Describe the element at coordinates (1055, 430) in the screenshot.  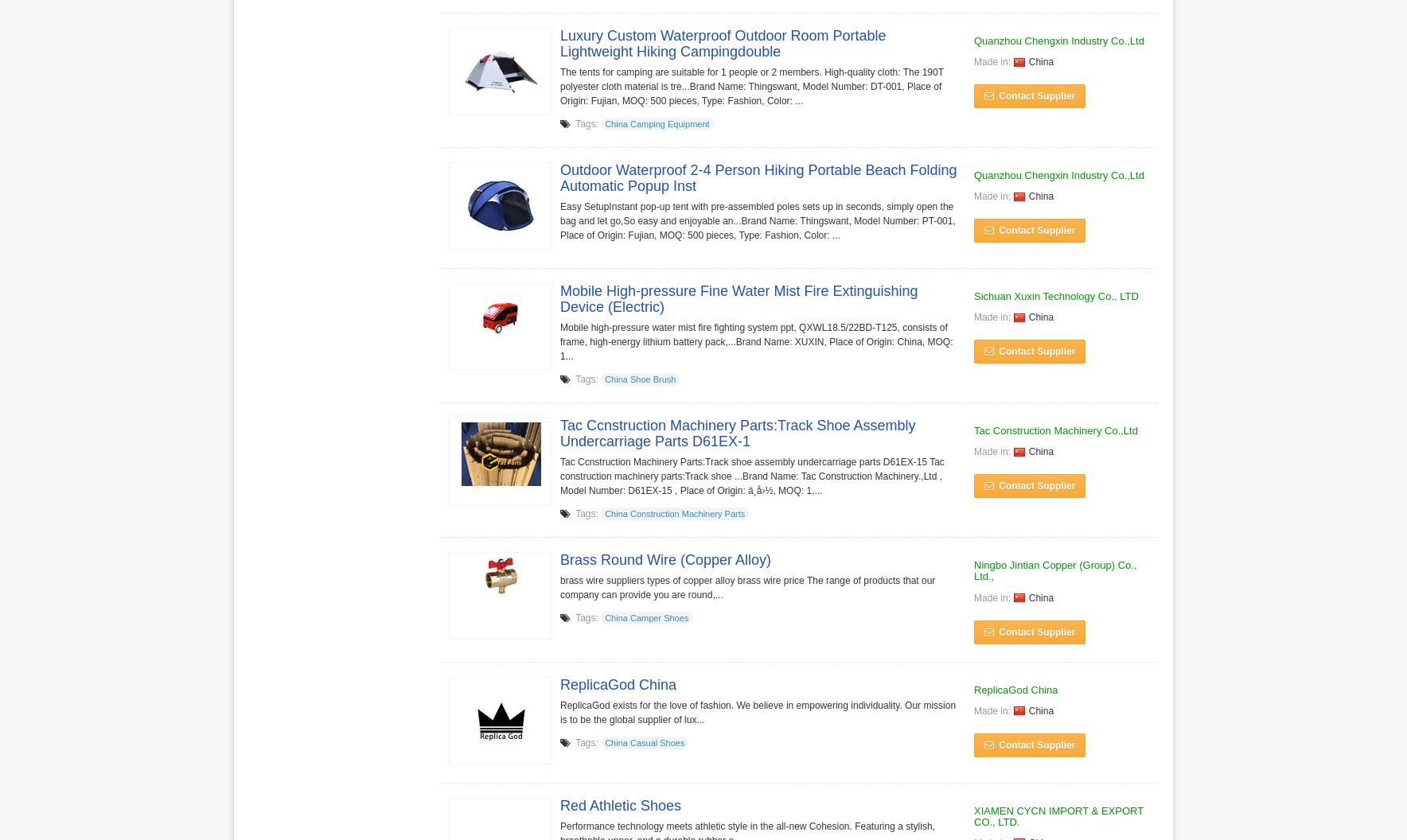
I see `'Tac Construction Machinery Co.,Ltd'` at that location.